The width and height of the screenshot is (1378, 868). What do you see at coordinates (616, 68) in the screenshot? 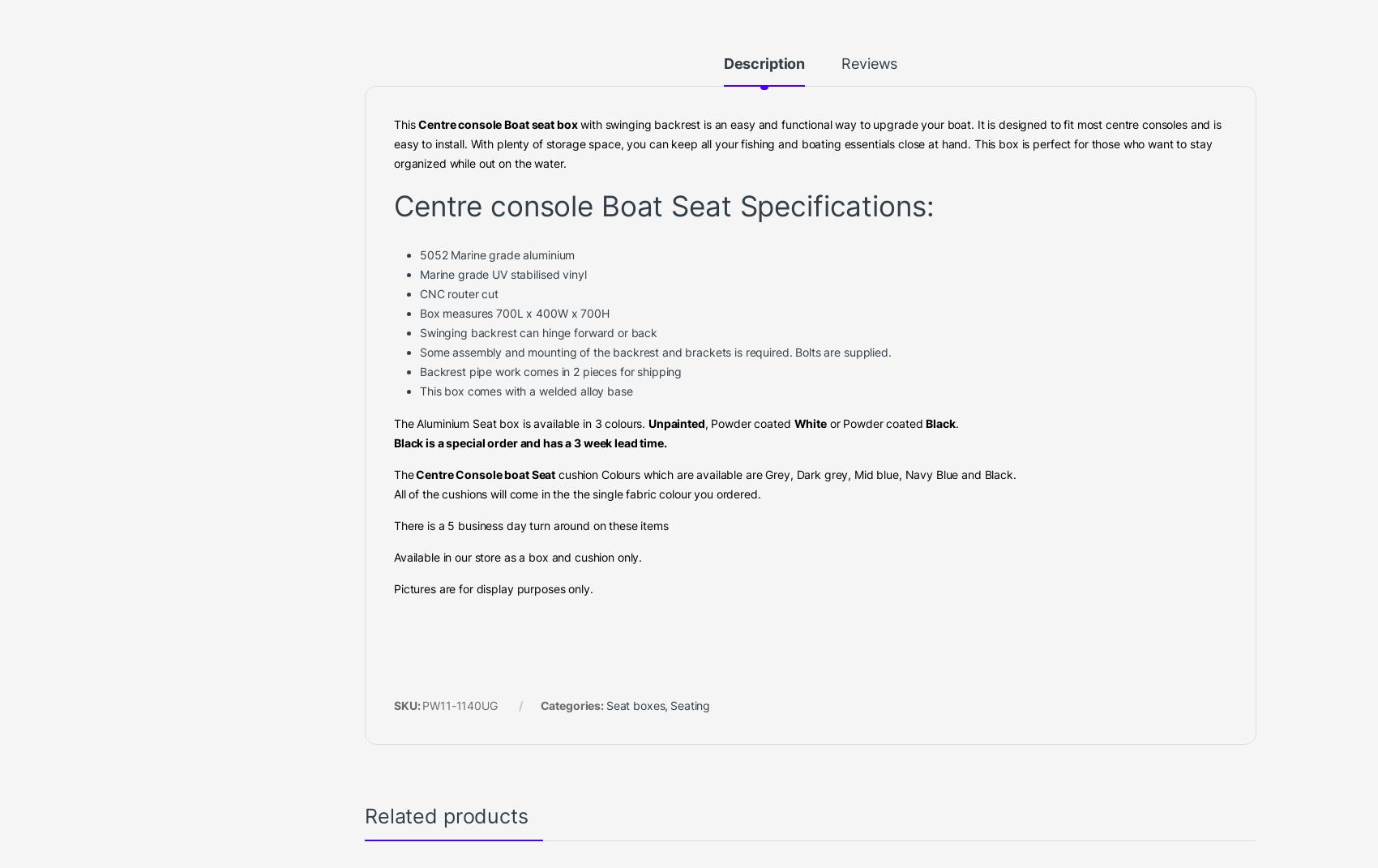
I see `'Seating'` at bounding box center [616, 68].